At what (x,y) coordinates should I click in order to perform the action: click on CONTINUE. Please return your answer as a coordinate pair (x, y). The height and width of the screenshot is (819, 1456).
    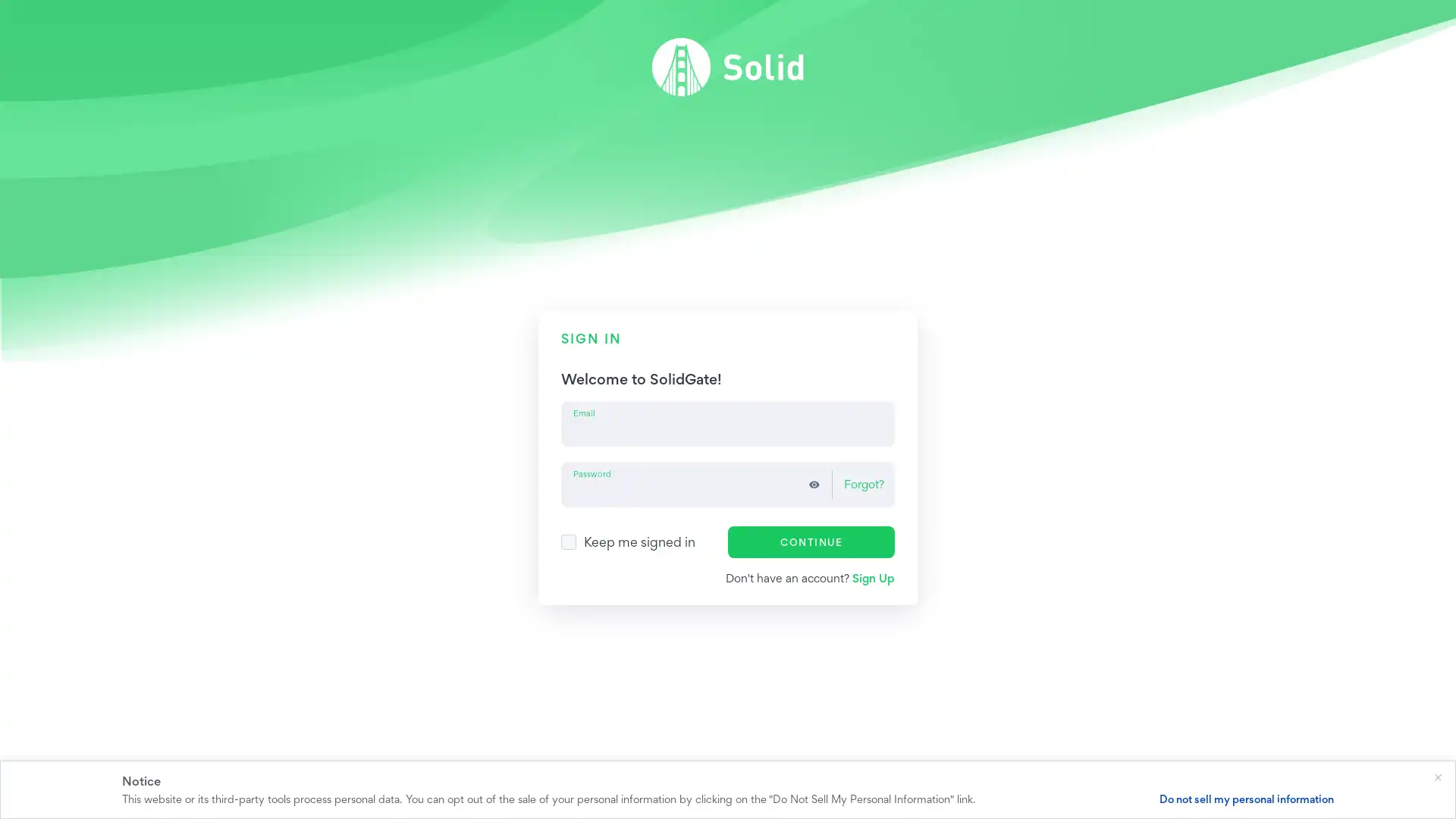
    Looking at the image, I should click on (811, 540).